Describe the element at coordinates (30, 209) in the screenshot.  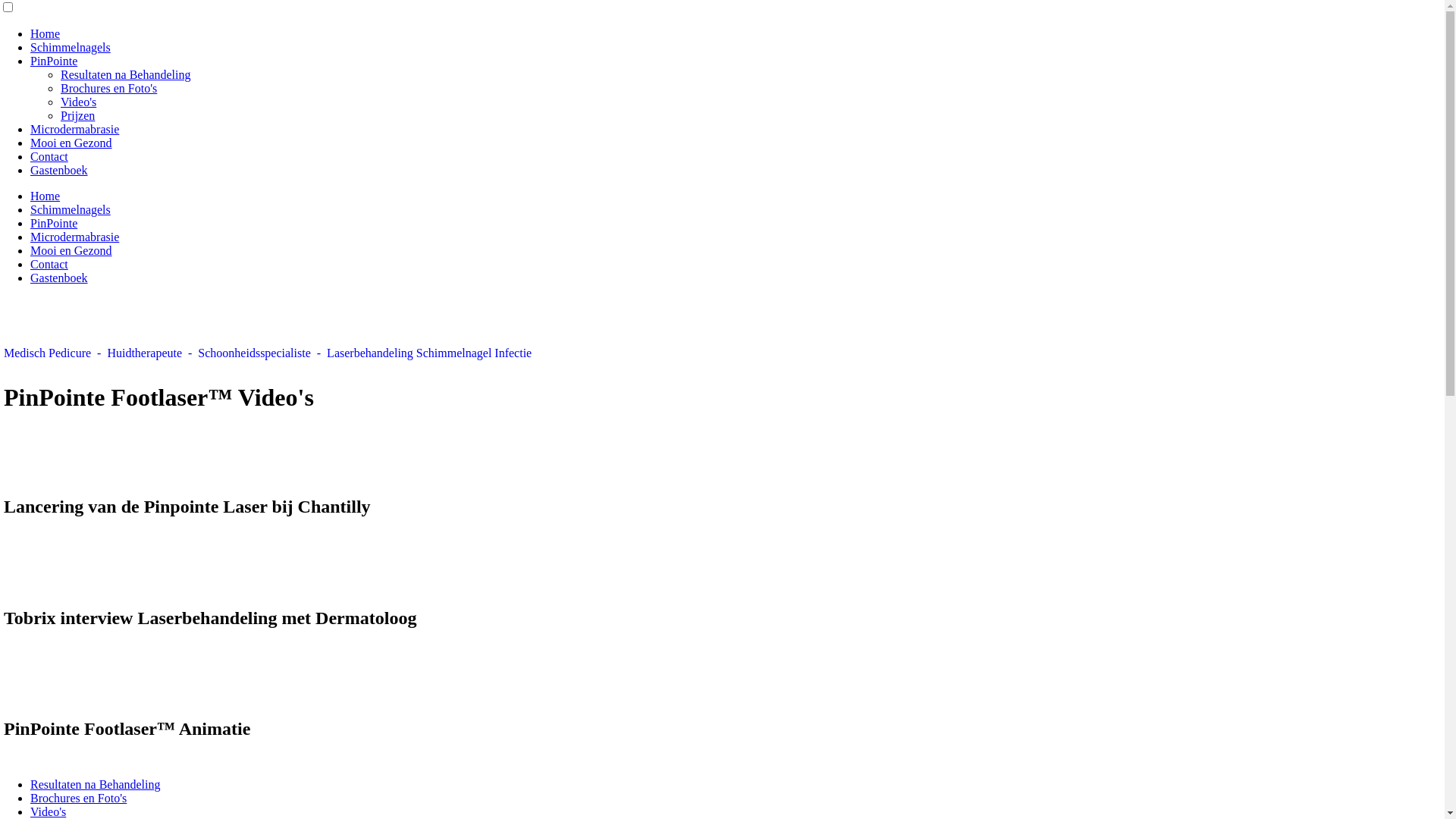
I see `'Schimmelnagels'` at that location.